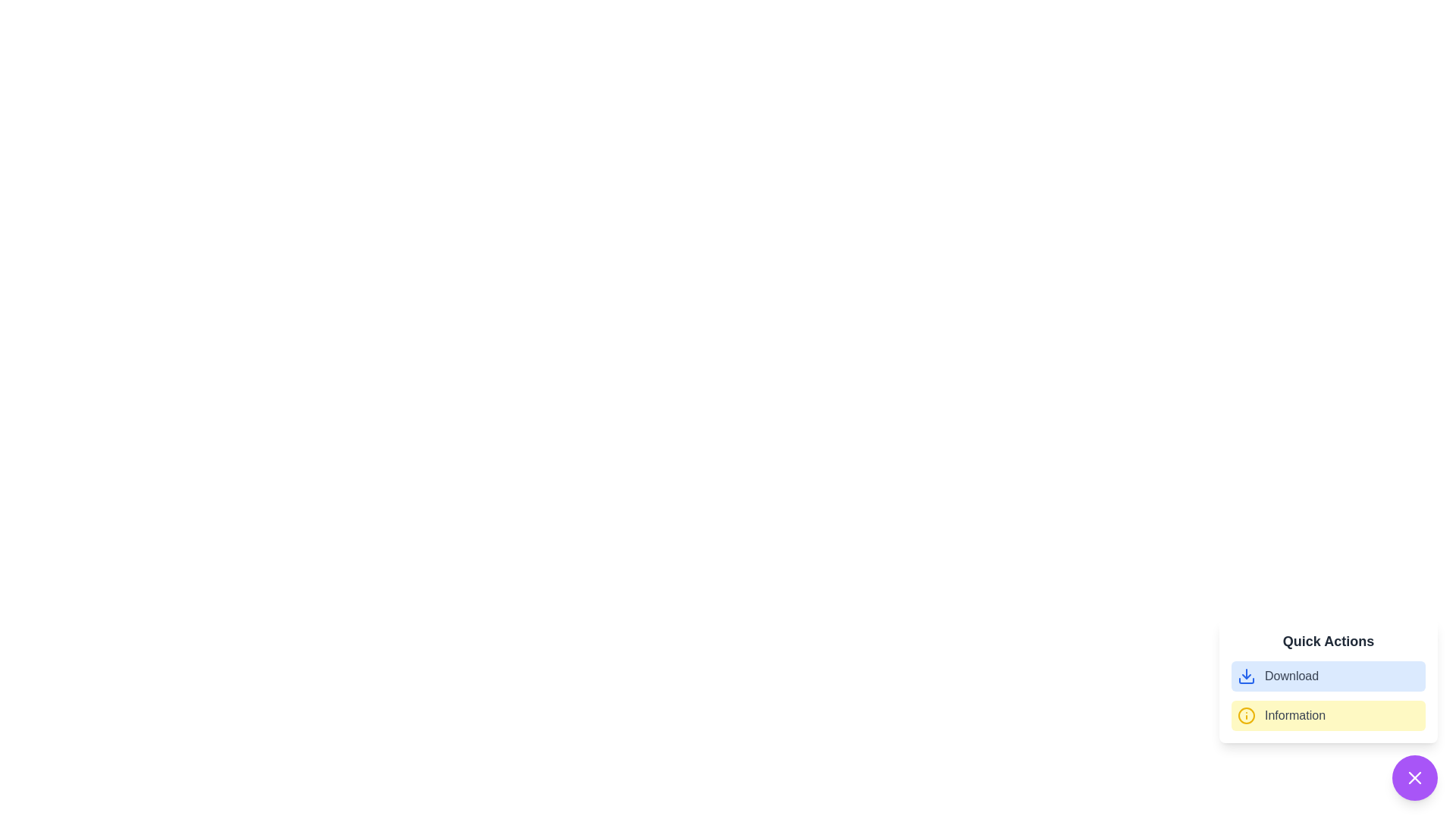  What do you see at coordinates (1328, 675) in the screenshot?
I see `the light blue rounded button labeled 'Download'` at bounding box center [1328, 675].